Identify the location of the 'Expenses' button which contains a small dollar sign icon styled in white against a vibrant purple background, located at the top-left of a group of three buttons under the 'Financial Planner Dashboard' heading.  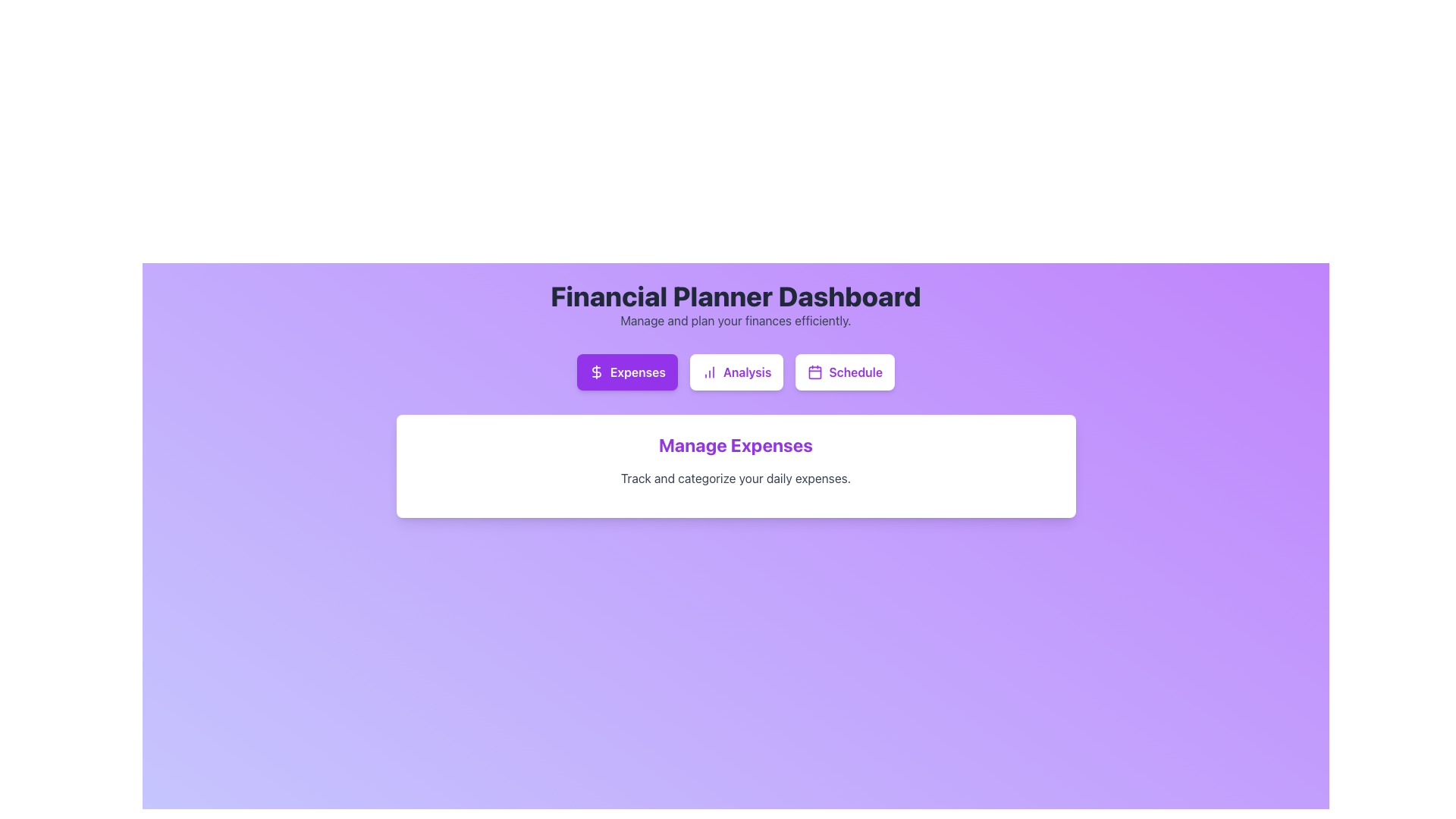
(596, 372).